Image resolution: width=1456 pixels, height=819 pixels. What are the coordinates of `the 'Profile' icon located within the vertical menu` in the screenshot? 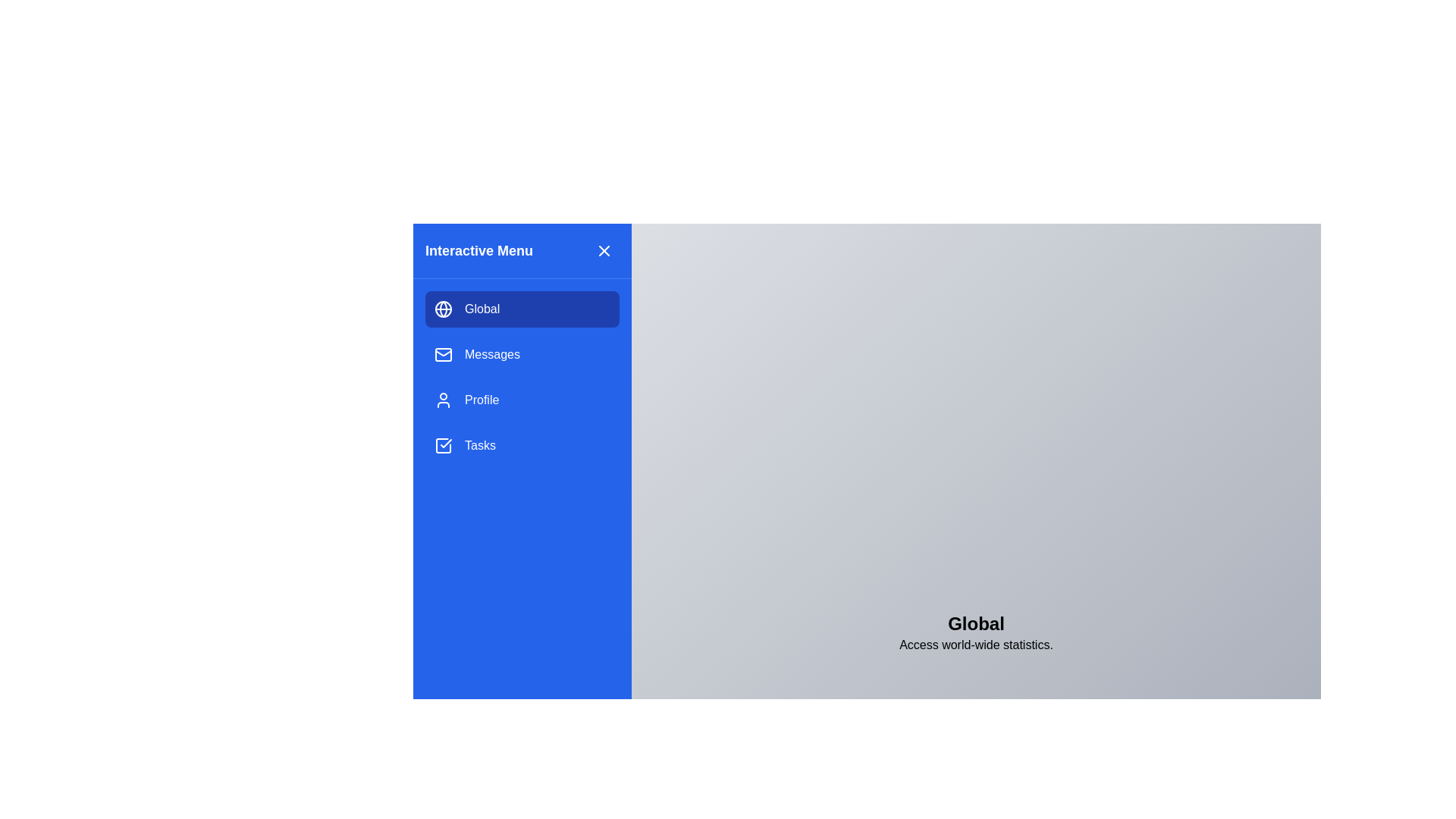 It's located at (443, 400).